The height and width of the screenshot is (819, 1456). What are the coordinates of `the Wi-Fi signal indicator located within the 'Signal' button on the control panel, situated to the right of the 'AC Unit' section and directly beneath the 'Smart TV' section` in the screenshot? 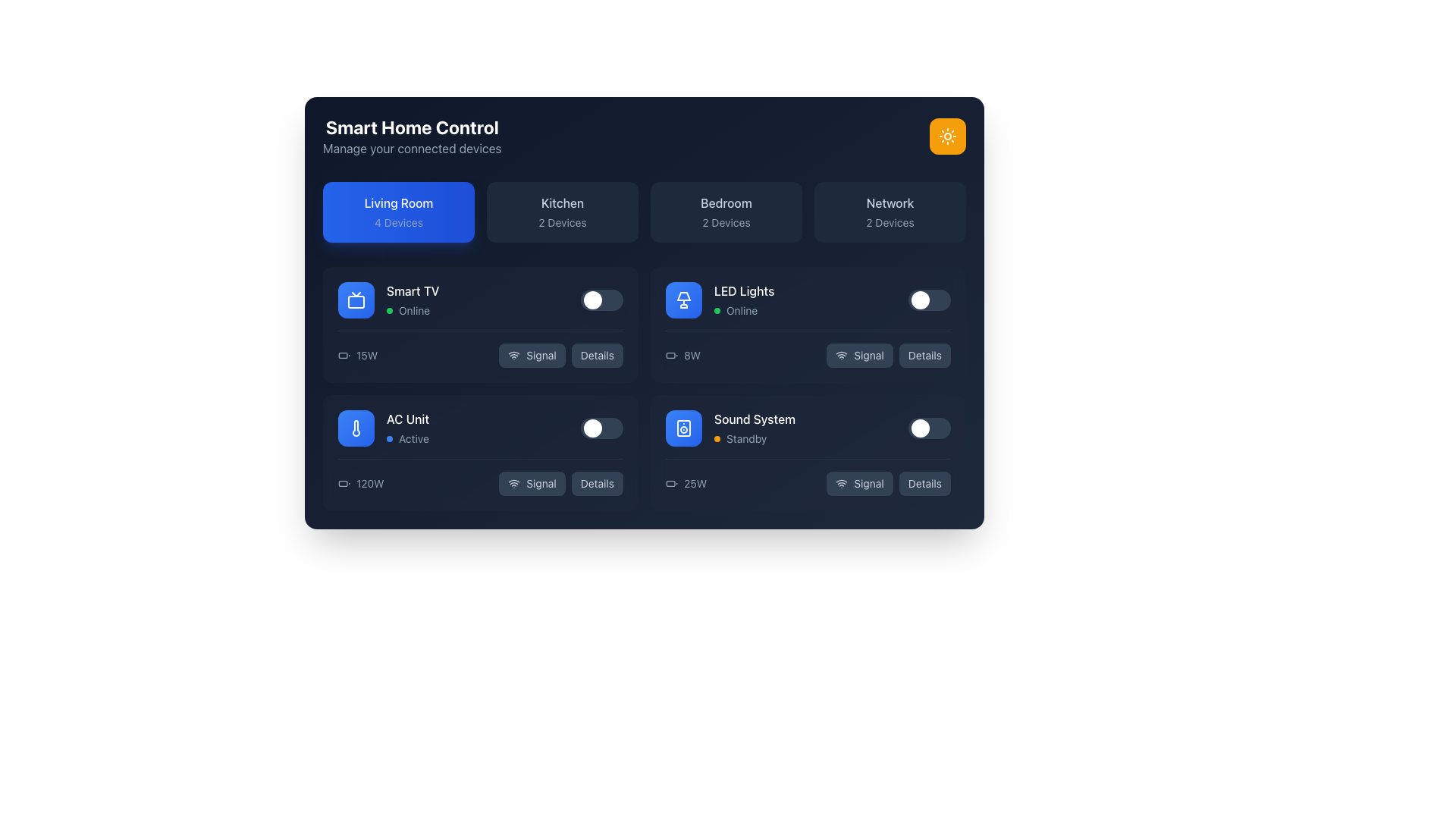 It's located at (514, 356).